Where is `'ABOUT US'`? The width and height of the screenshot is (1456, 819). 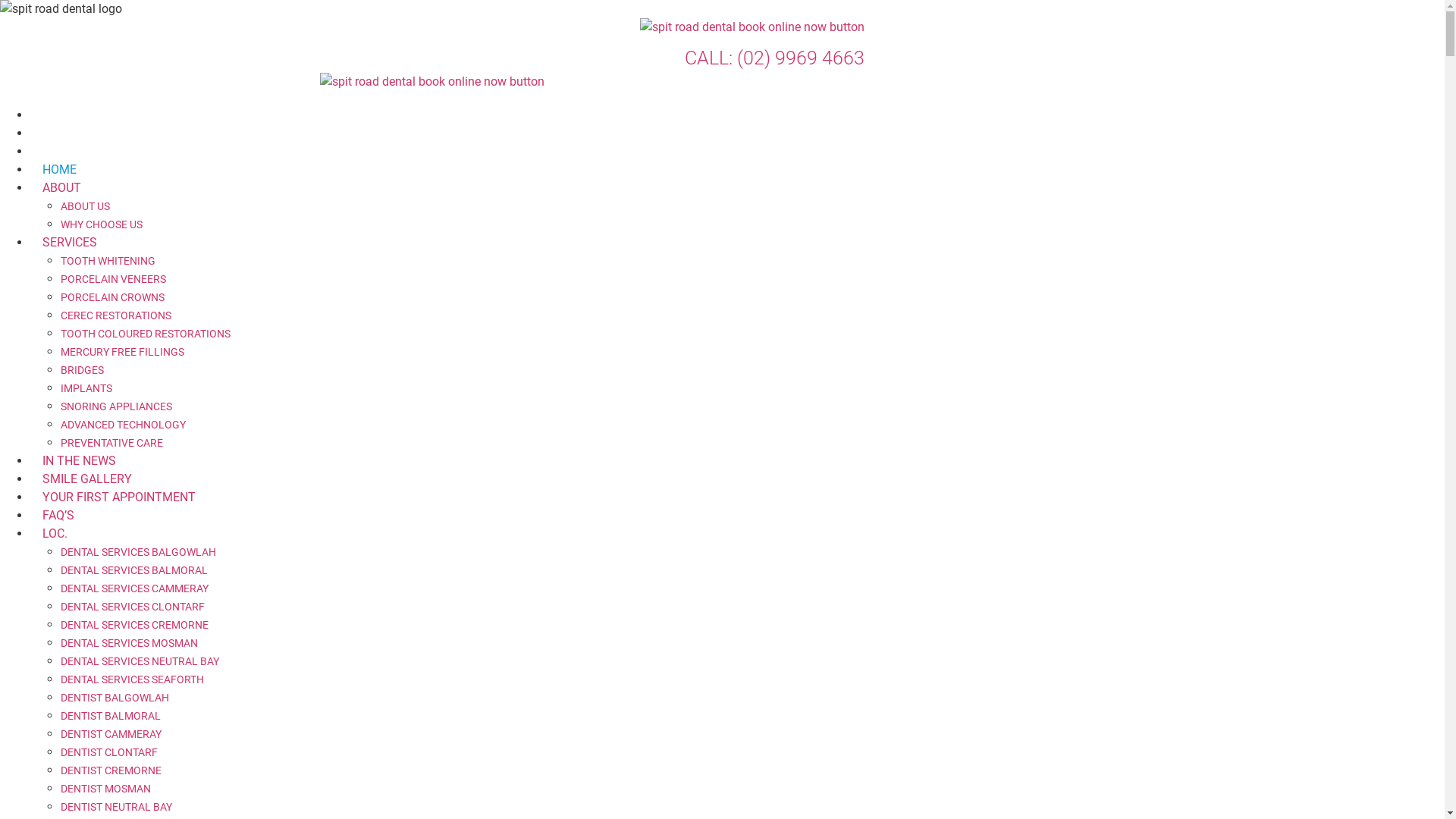
'ABOUT US' is located at coordinates (84, 206).